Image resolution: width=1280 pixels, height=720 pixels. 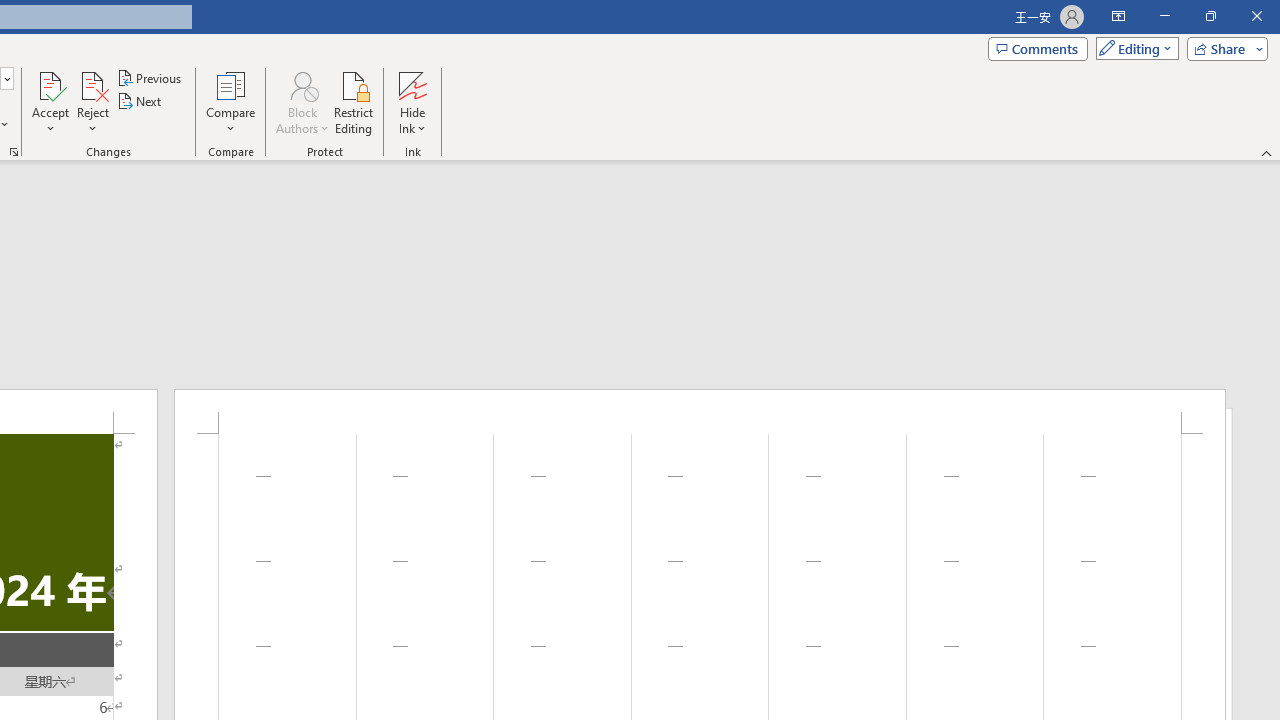 I want to click on 'Hide Ink', so click(x=411, y=103).